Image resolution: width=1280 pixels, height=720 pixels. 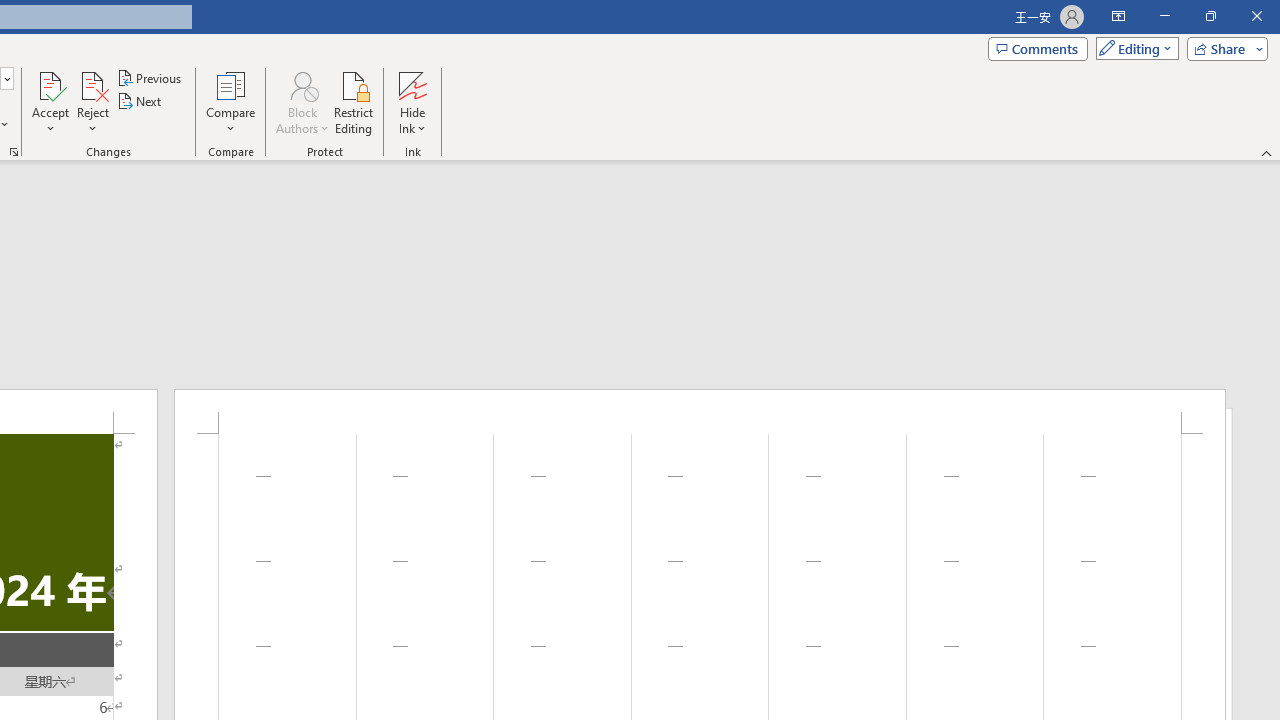 I want to click on 'Hide Ink', so click(x=411, y=103).